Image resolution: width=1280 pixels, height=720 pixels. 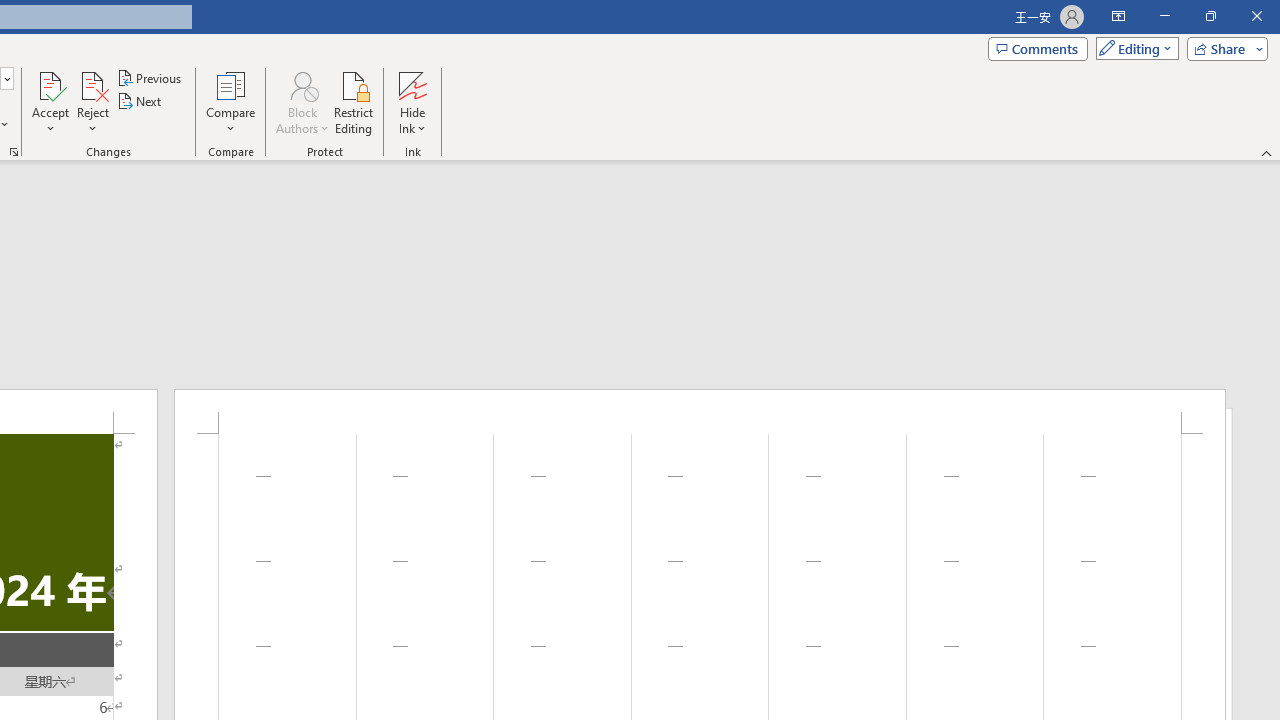 I want to click on 'Hide Ink', so click(x=411, y=103).